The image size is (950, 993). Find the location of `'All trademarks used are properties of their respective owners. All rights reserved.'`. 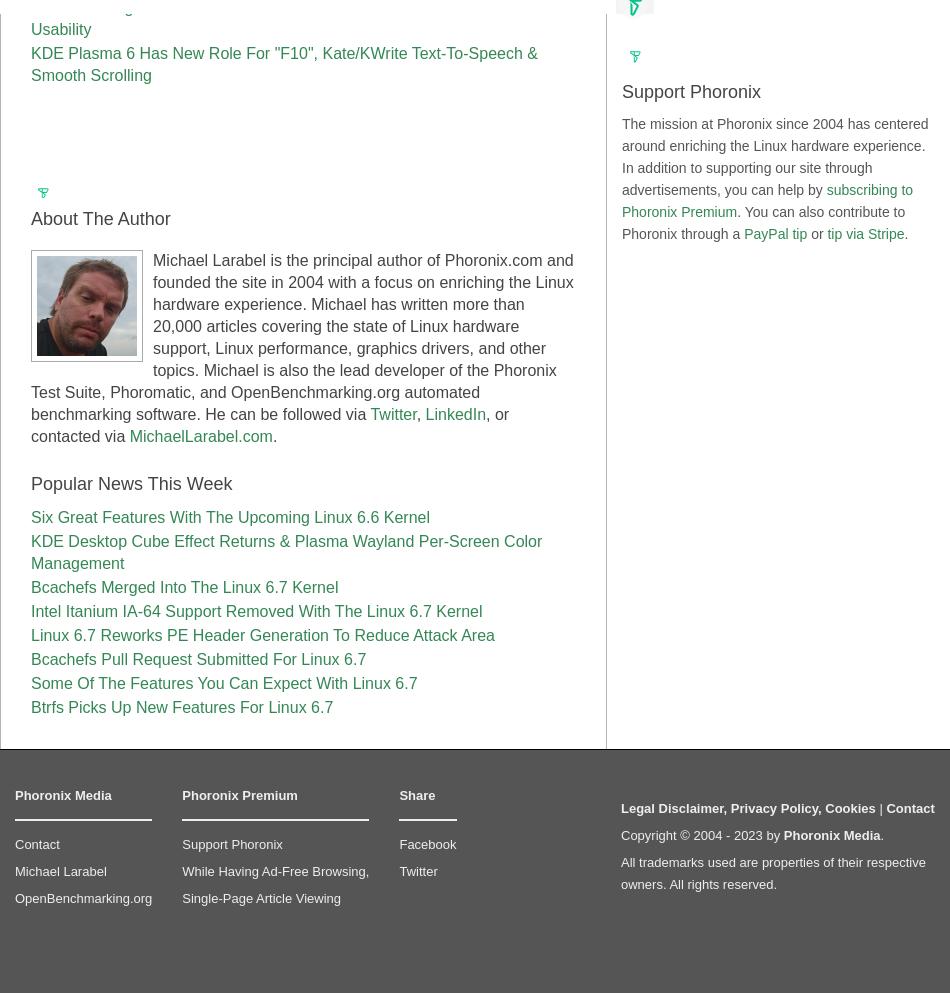

'All trademarks used are properties of their respective owners. All rights reserved.' is located at coordinates (772, 872).